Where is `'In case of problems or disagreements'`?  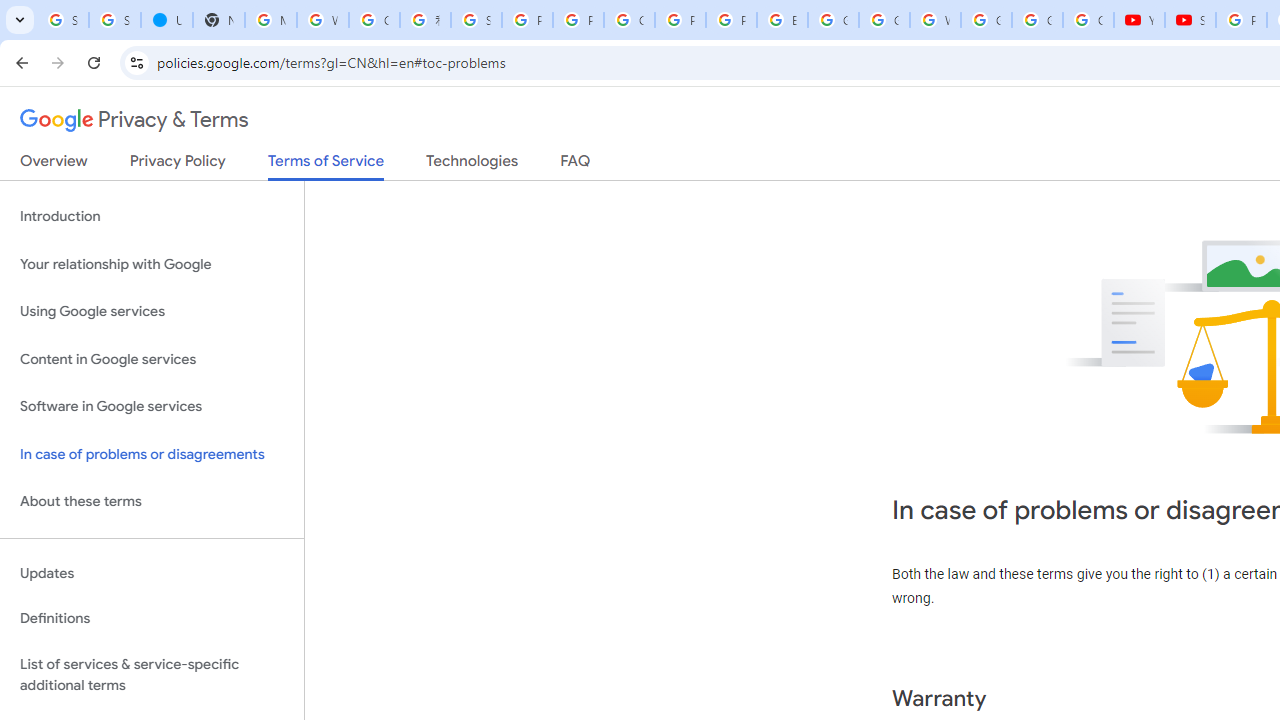 'In case of problems or disagreements' is located at coordinates (151, 454).